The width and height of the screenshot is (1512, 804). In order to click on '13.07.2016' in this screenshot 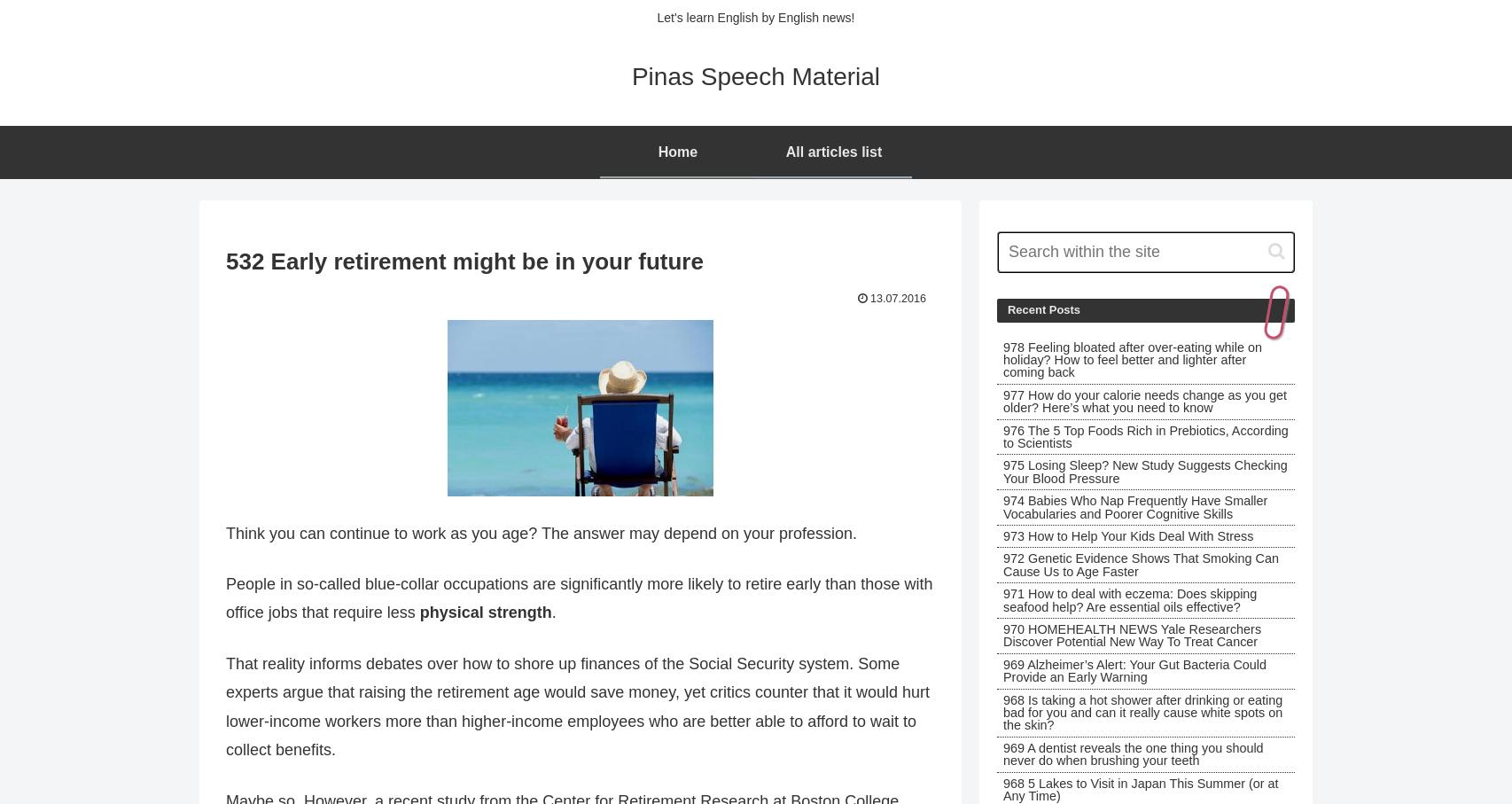, I will do `click(898, 297)`.